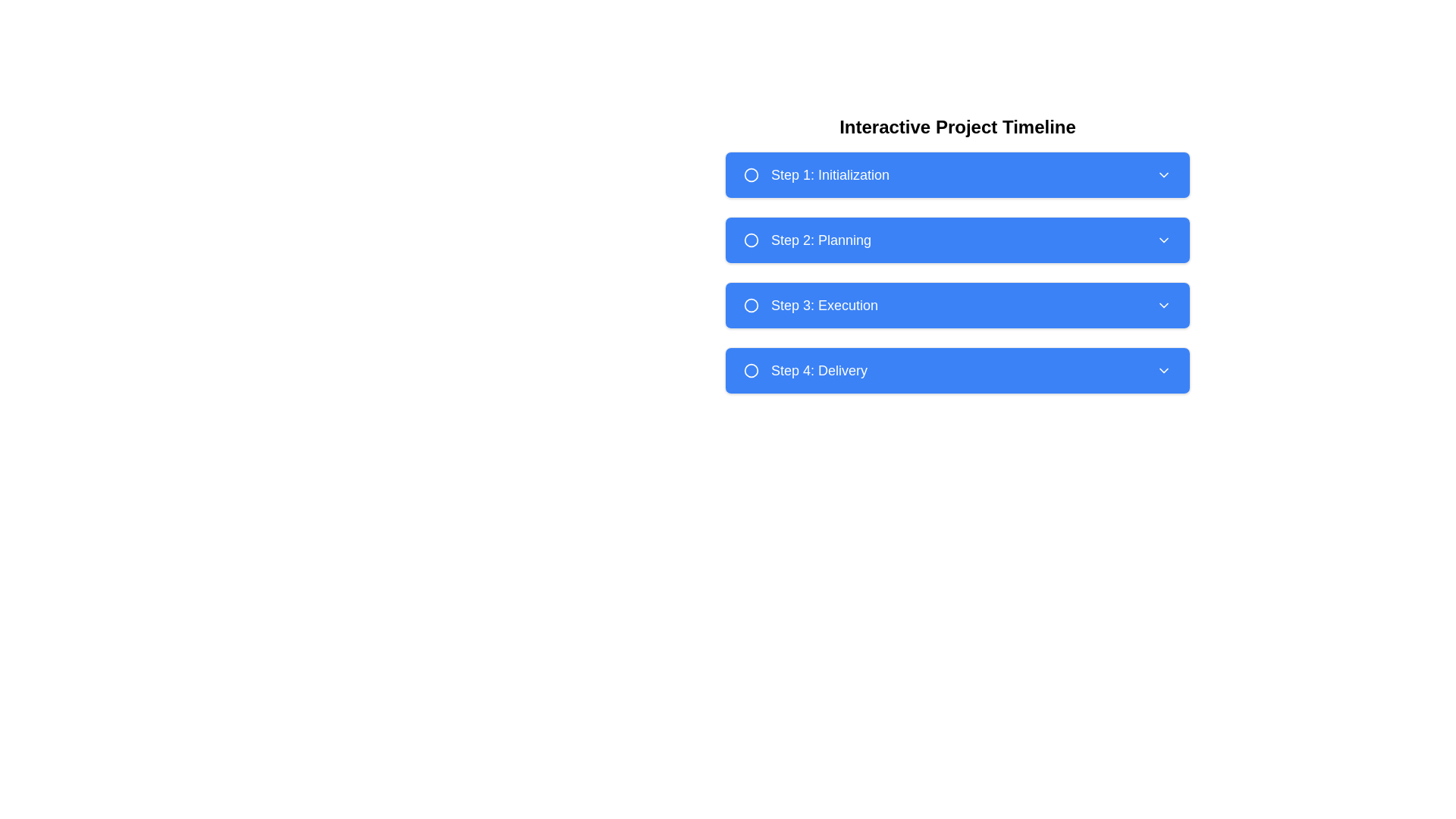  I want to click on the state of the graphical circle element within the 'Step 3: Execution' section, which is part of an SVG icon and signifies selection or status, while it is non-interactive, so click(751, 305).